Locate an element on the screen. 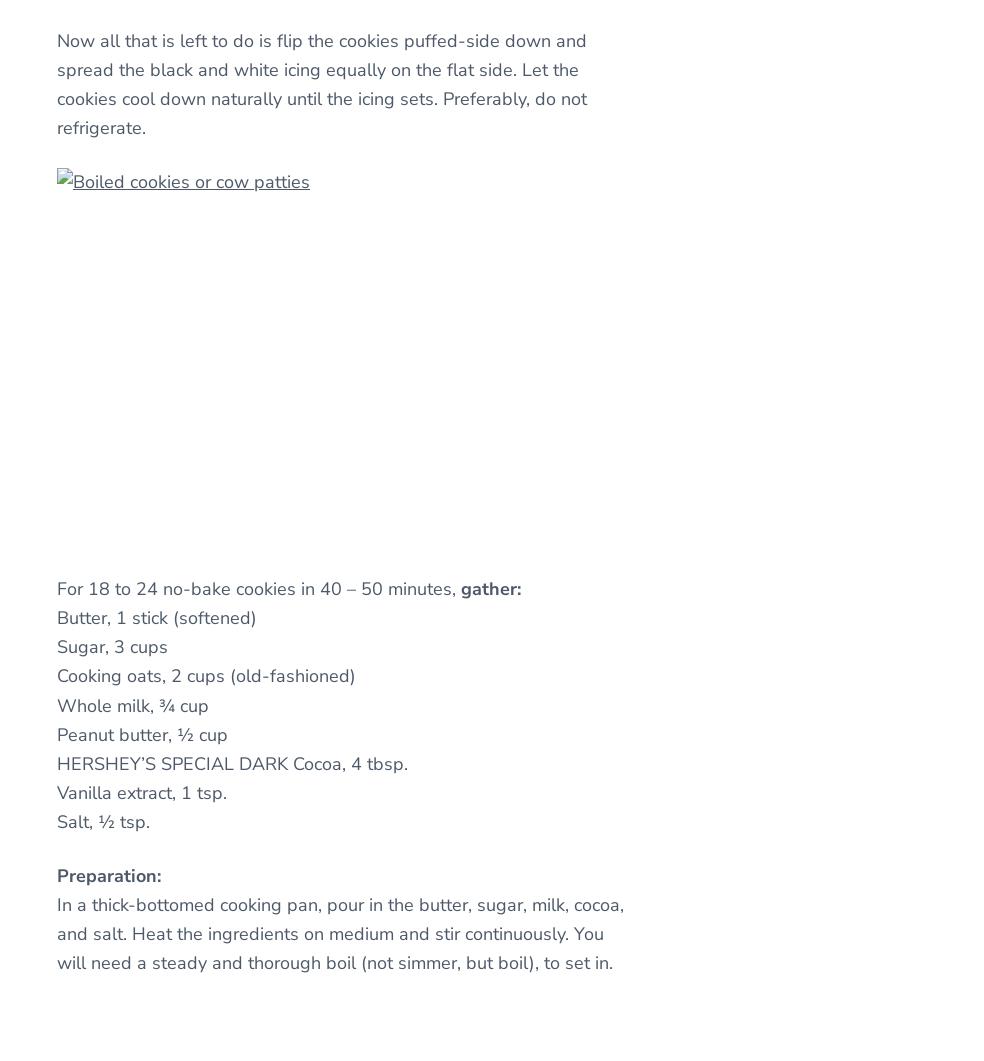 The width and height of the screenshot is (984, 1061). 'In a thick-bottomed cooking pan, pour in the butter, sugar, milk, cocoa, and salt. Heat the ingredients on medium and stir continuously. You will need a steady and thorough boil (not simmer, but boil), to set in.' is located at coordinates (339, 932).